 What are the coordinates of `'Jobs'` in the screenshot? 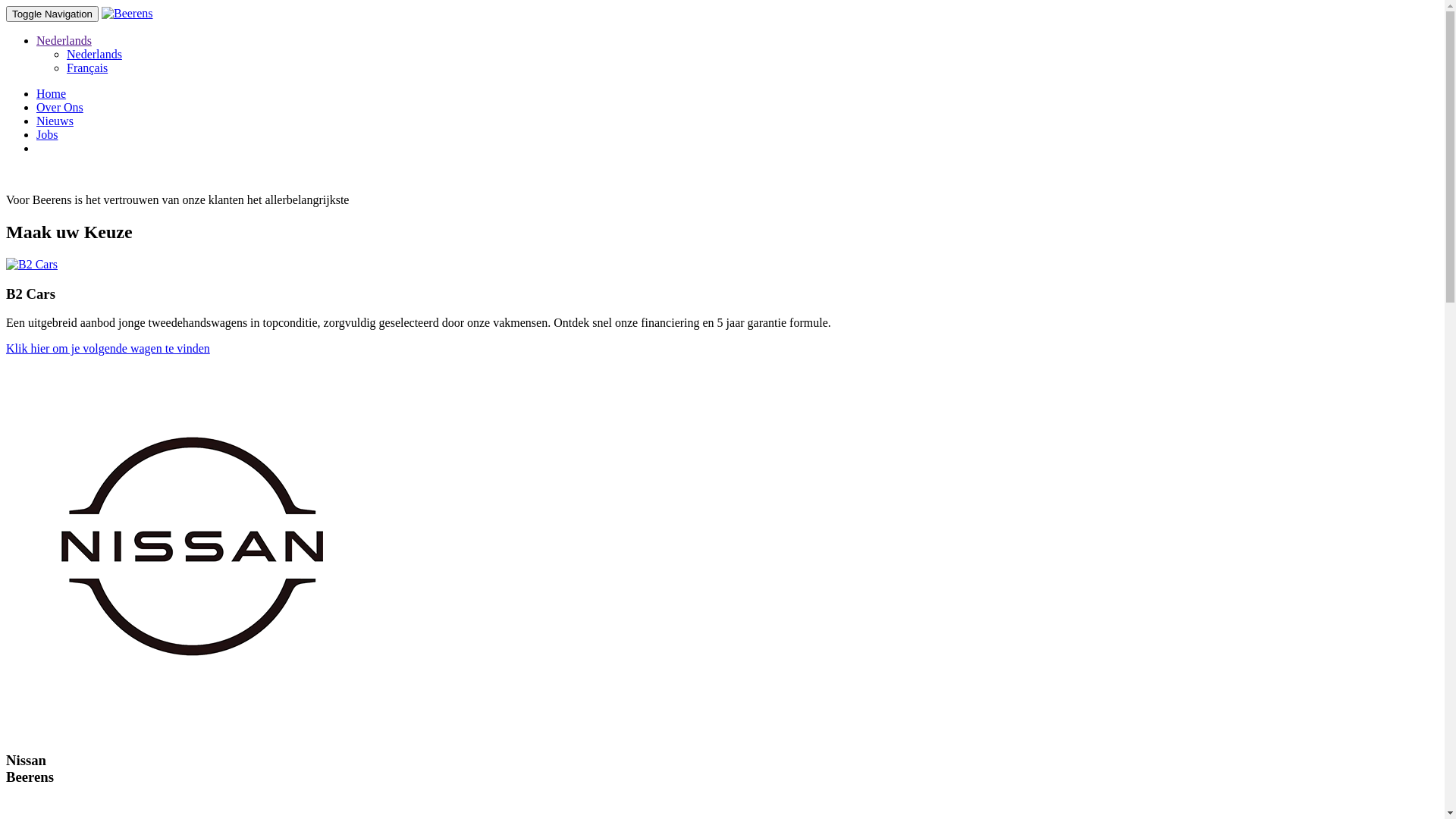 It's located at (47, 133).